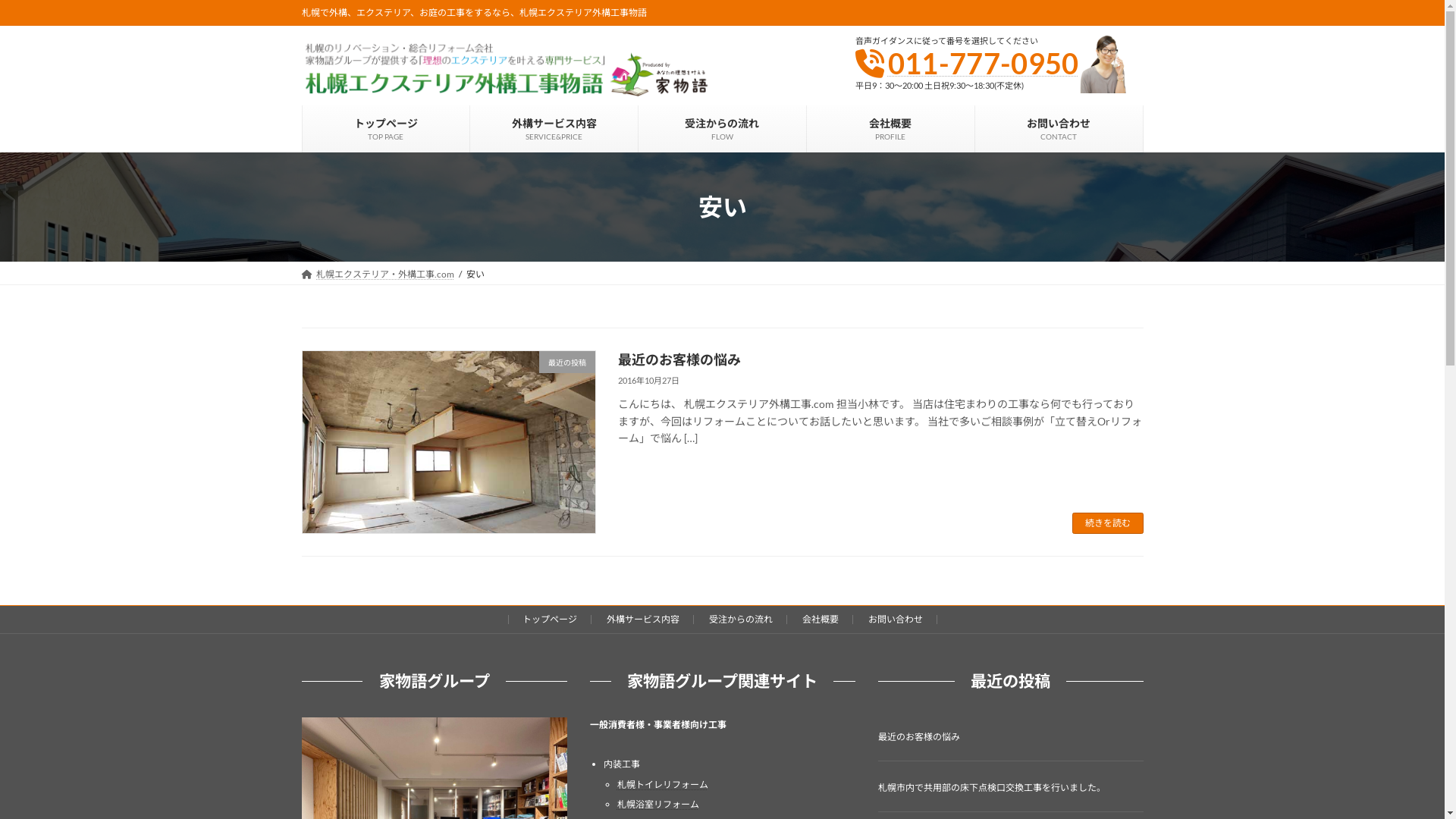 The width and height of the screenshot is (1456, 819). What do you see at coordinates (983, 62) in the screenshot?
I see `'011-777-0950'` at bounding box center [983, 62].